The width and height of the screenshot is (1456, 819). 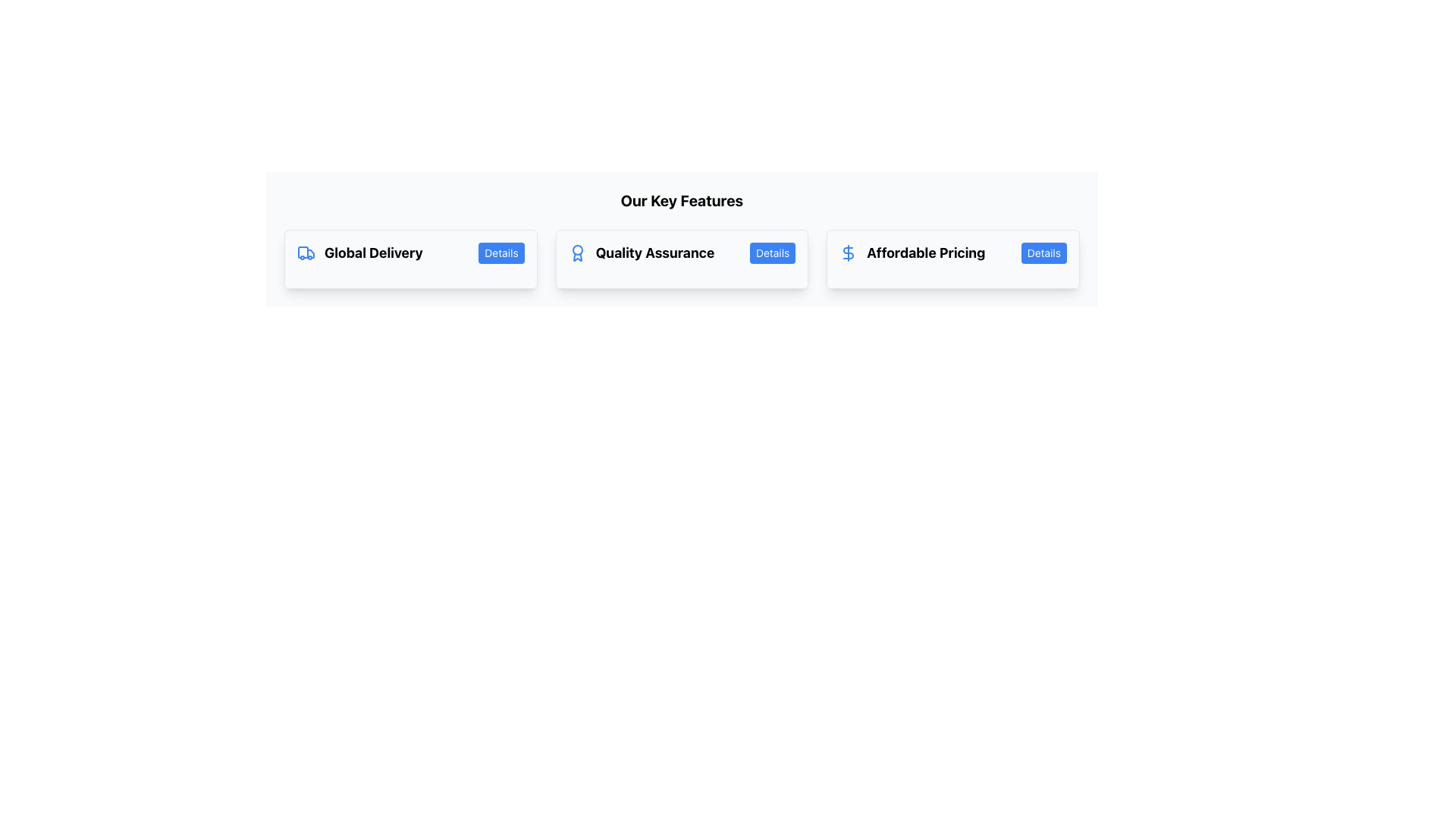 I want to click on the 'Quality Assurance' icon located to the left of the text 'Quality Assurance' within the central card component, so click(x=576, y=253).